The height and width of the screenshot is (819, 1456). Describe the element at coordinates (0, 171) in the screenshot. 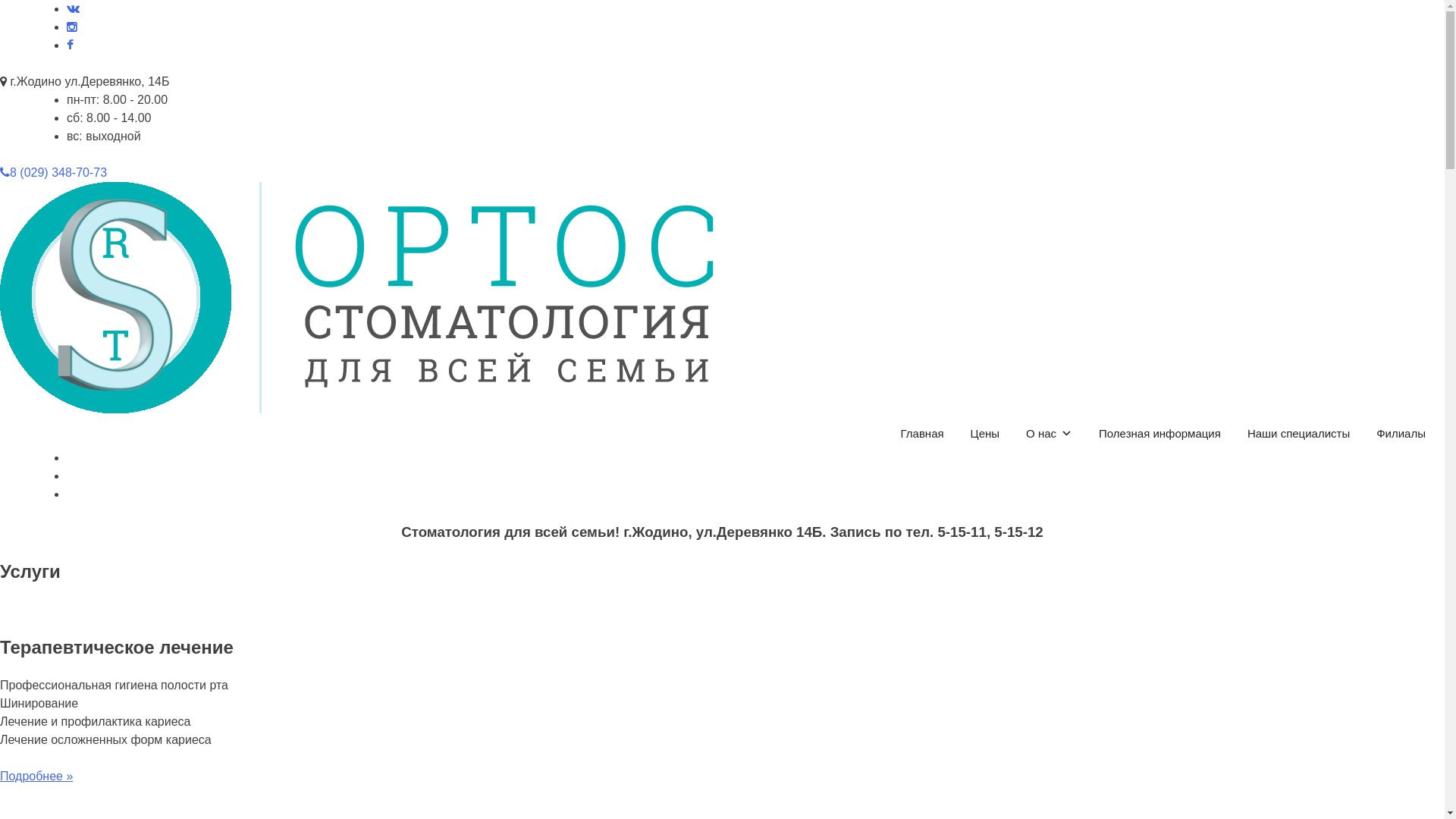

I see `'8 (029) 348-70-73'` at that location.